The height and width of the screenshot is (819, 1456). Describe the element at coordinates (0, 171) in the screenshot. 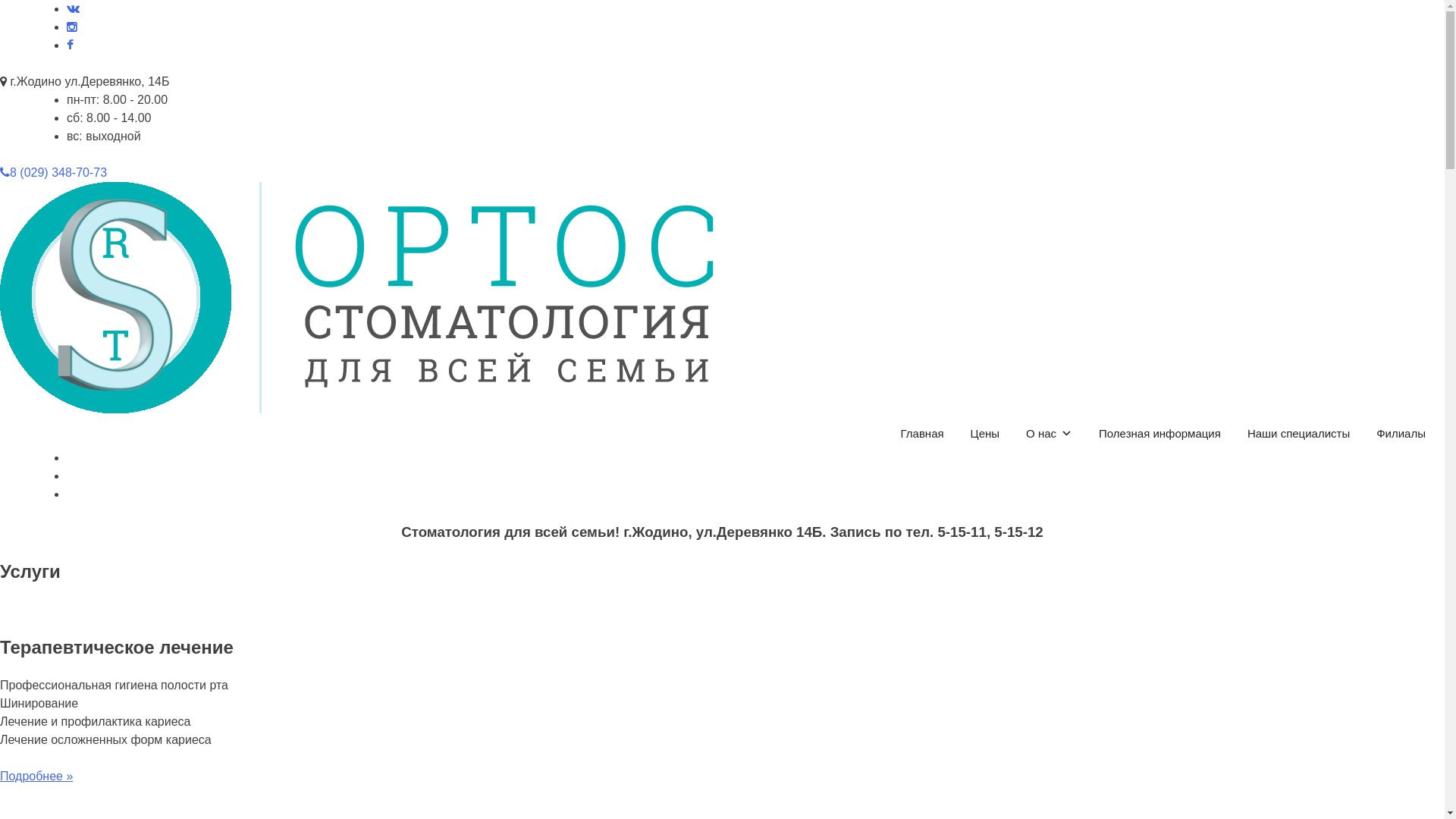

I see `'8 (029) 348-70-73'` at that location.